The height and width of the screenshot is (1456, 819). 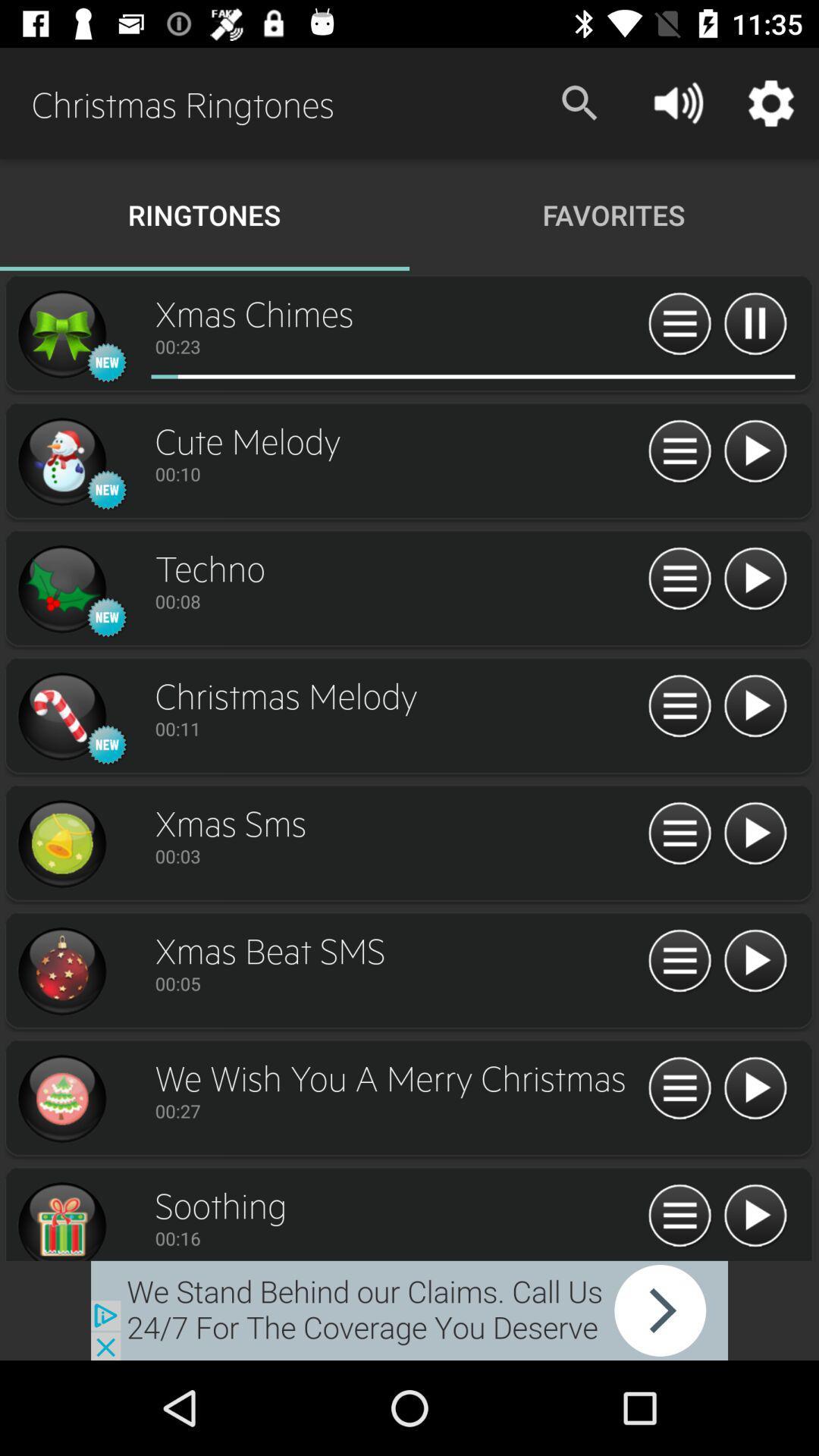 What do you see at coordinates (61, 334) in the screenshot?
I see `audio` at bounding box center [61, 334].